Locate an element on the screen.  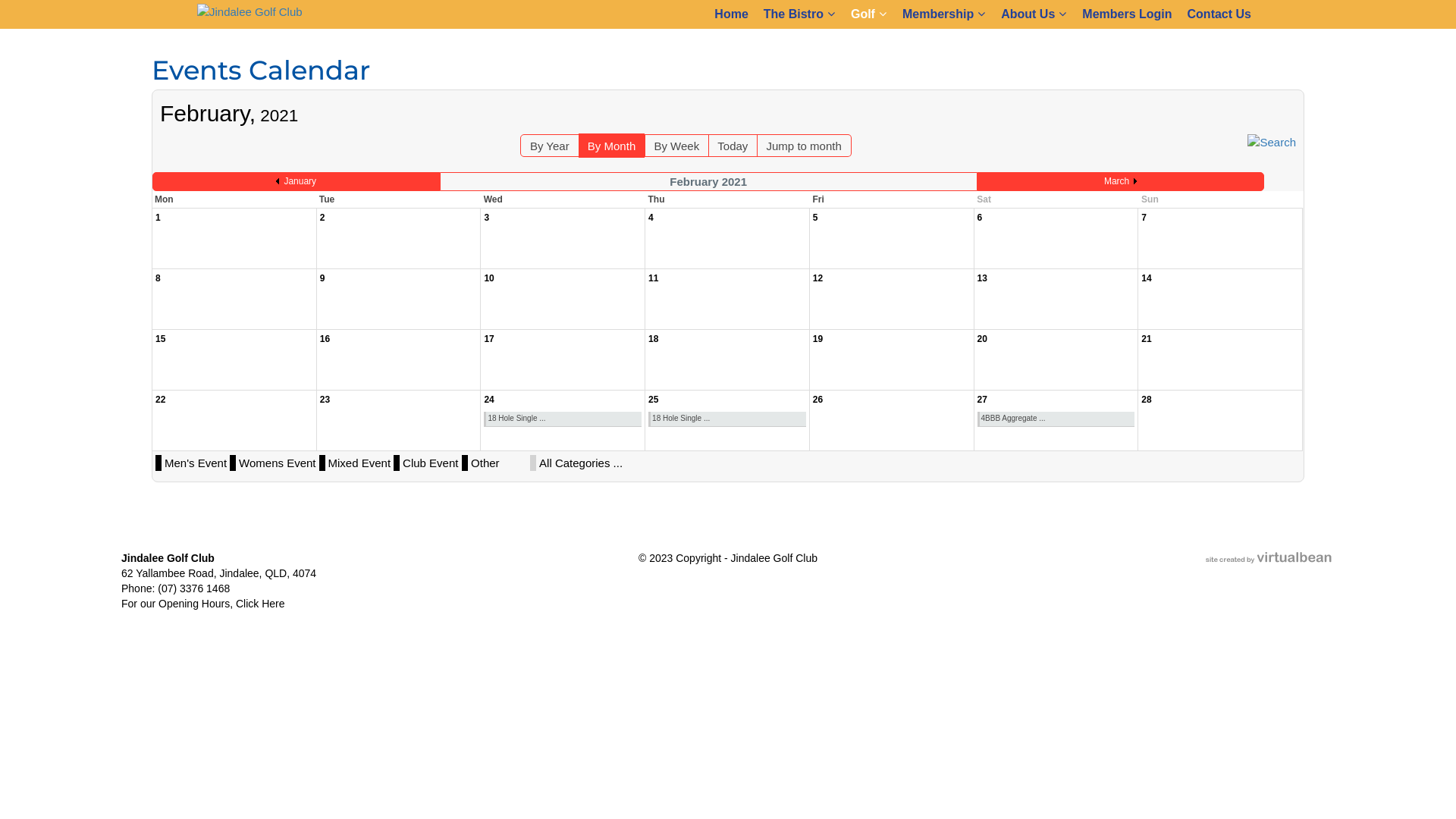
'27' is located at coordinates (982, 399).